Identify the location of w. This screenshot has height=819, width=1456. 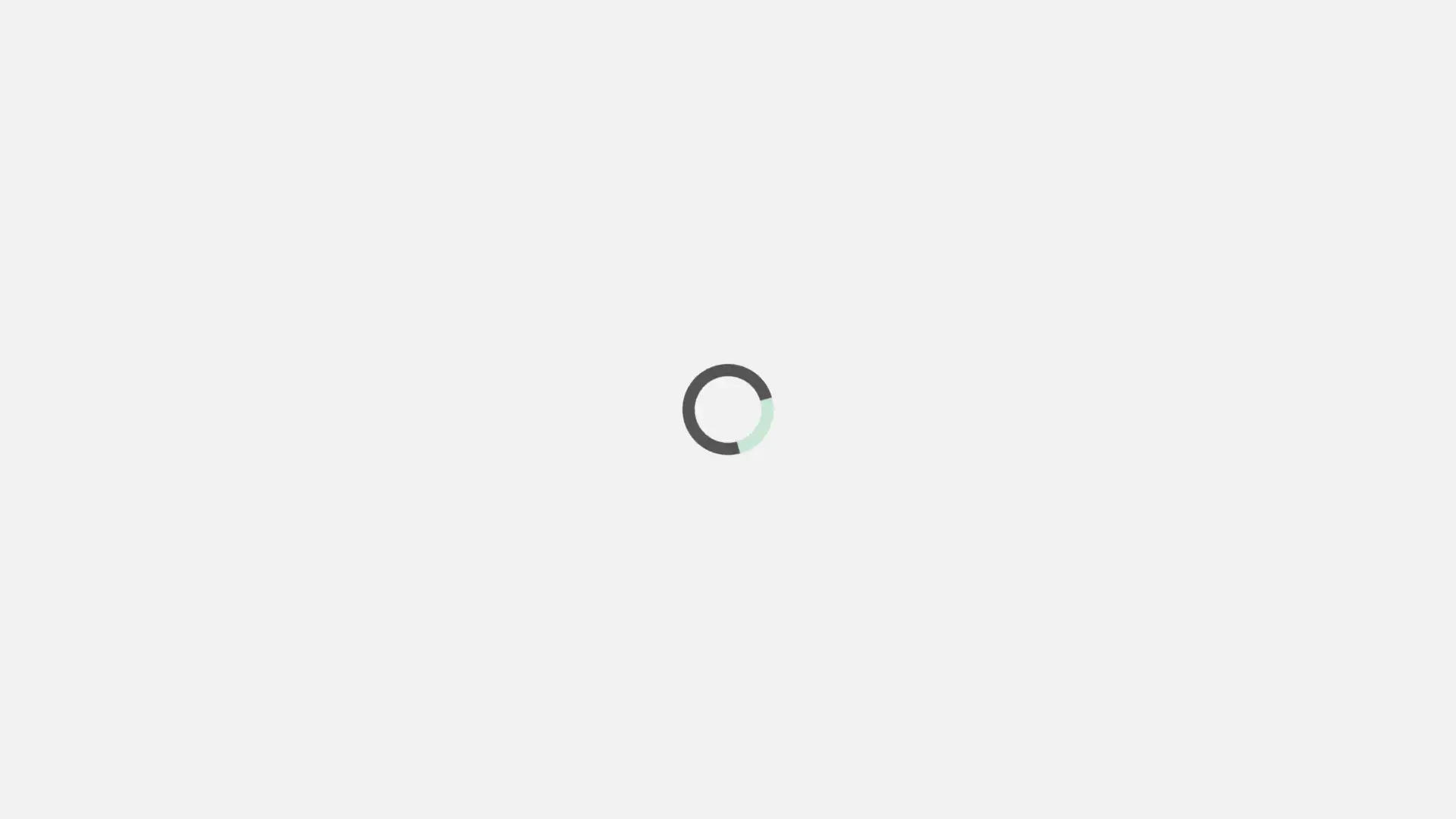
(1420, 57).